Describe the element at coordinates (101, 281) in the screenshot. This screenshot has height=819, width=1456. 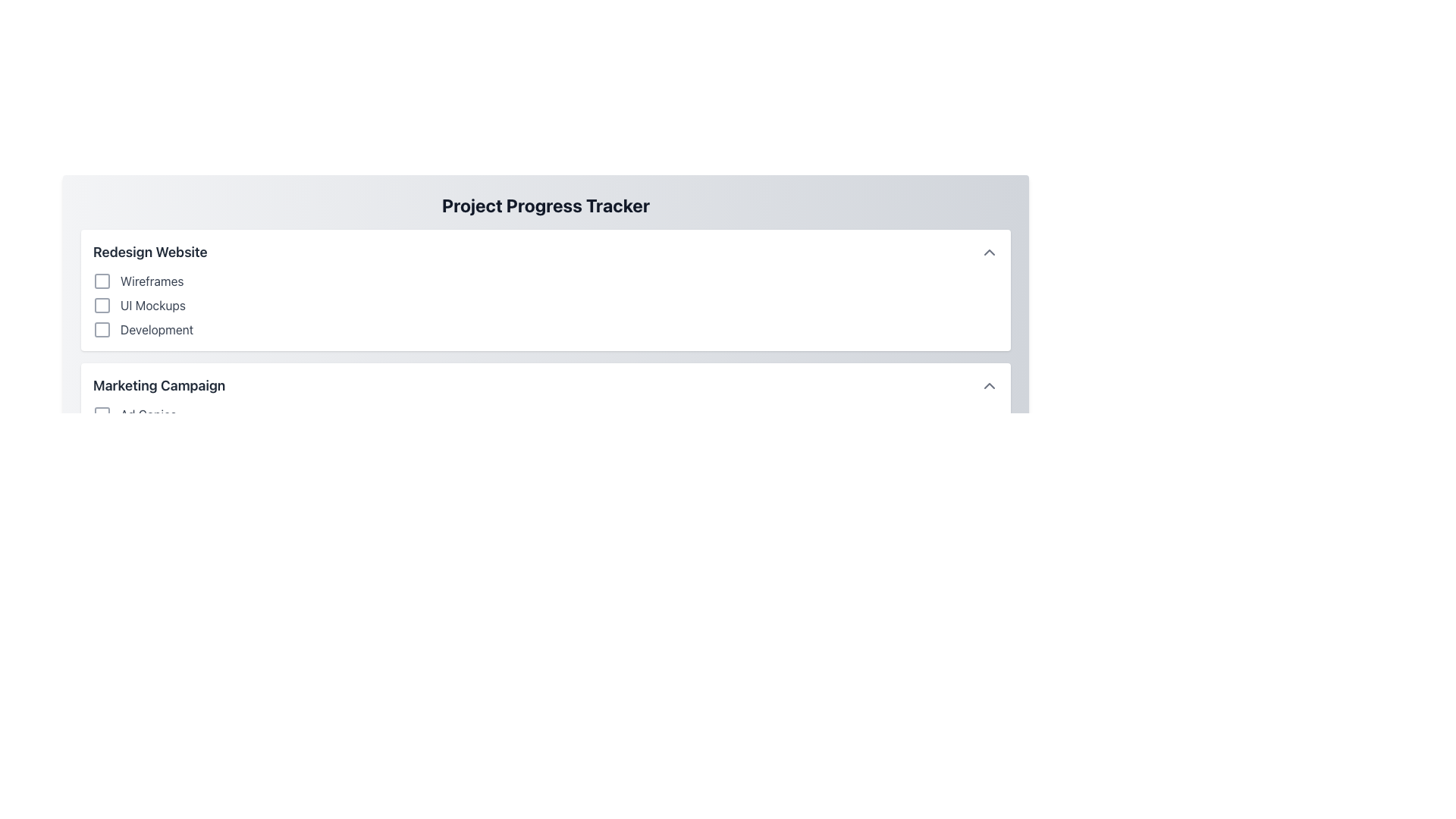
I see `the checkbox located to the left of the text 'Wireframes' in the 'Redesign Website' section` at that location.